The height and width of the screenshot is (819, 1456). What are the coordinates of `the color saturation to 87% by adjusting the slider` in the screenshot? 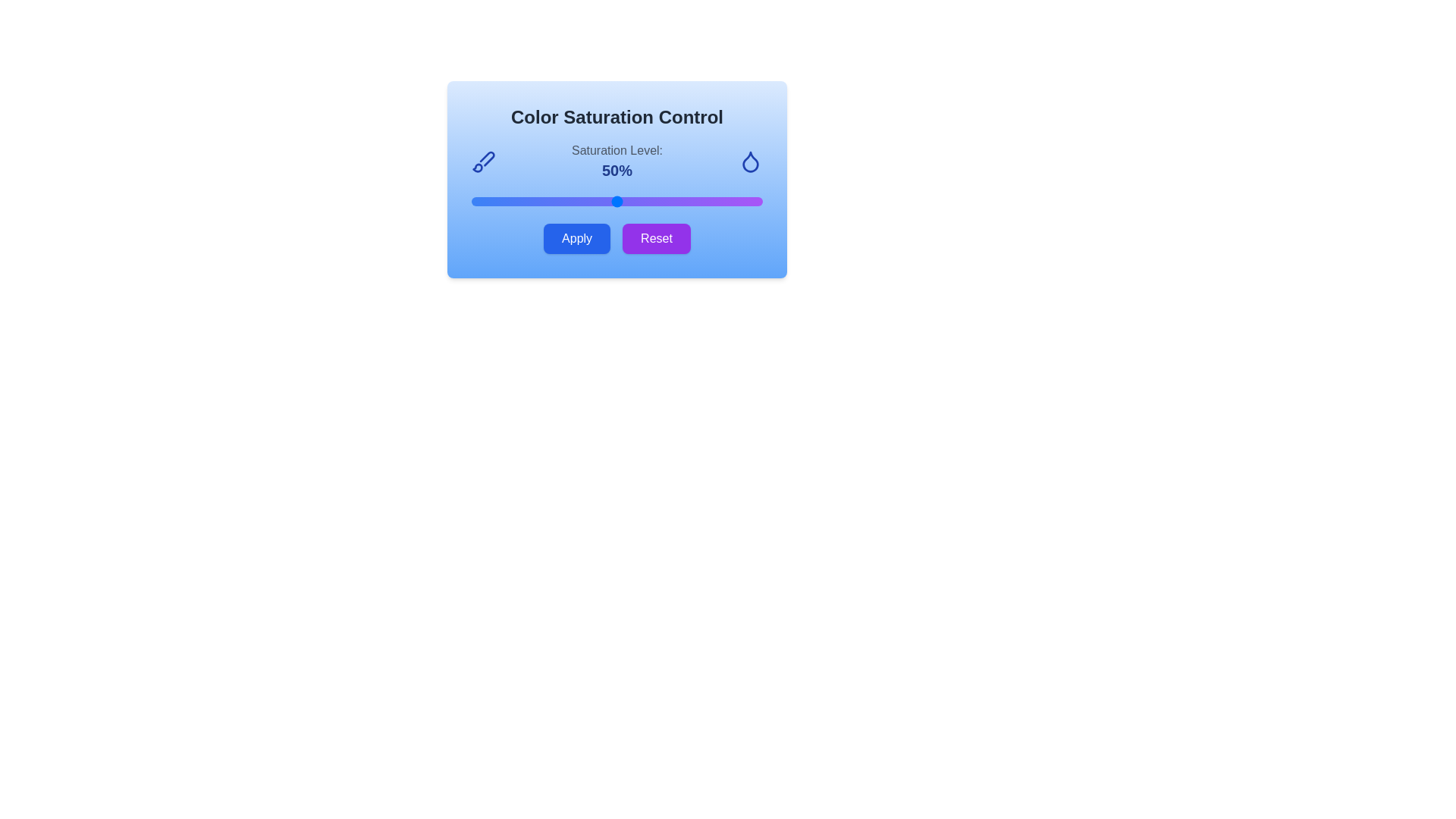 It's located at (724, 201).